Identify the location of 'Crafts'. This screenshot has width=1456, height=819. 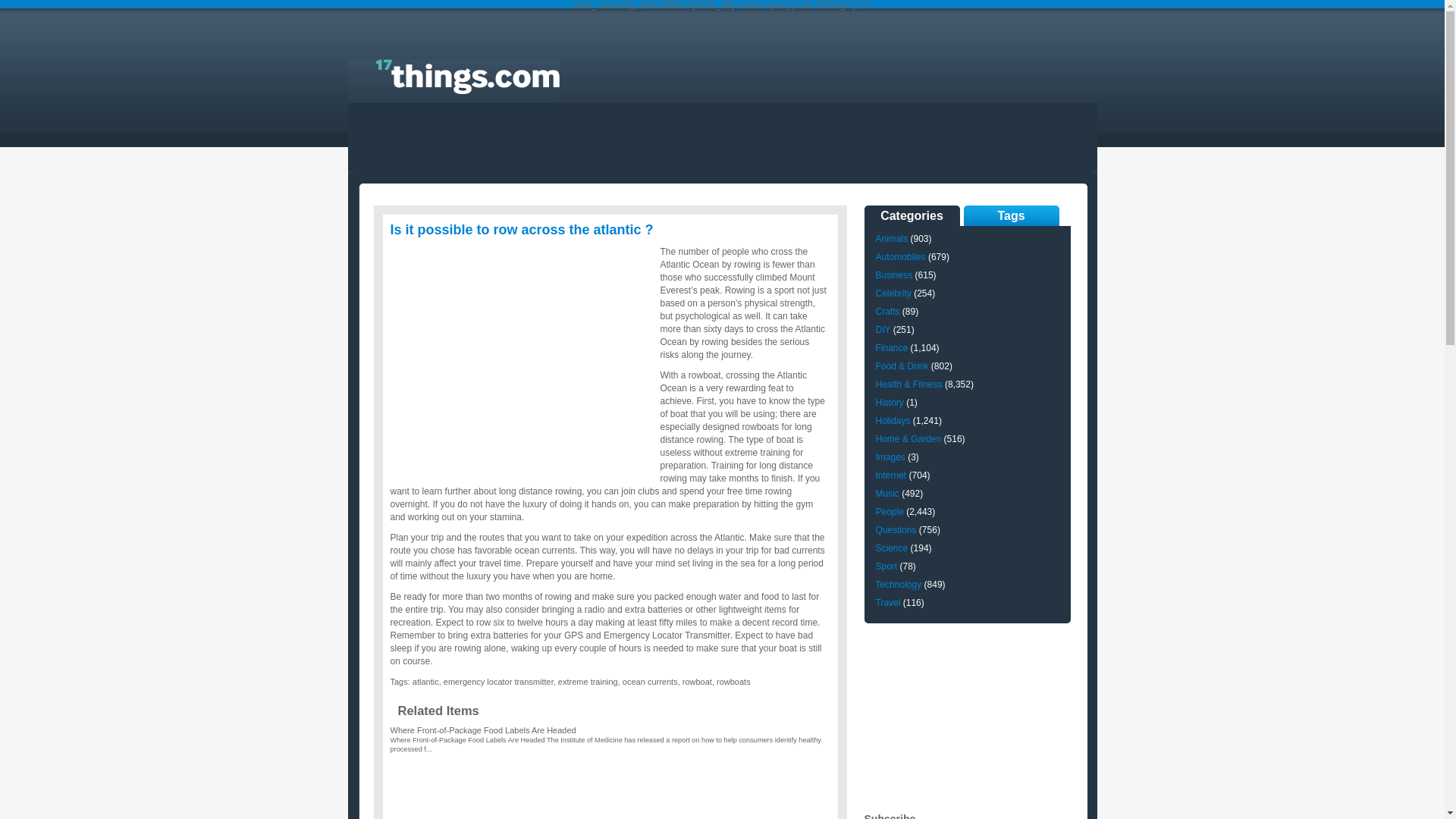
(887, 311).